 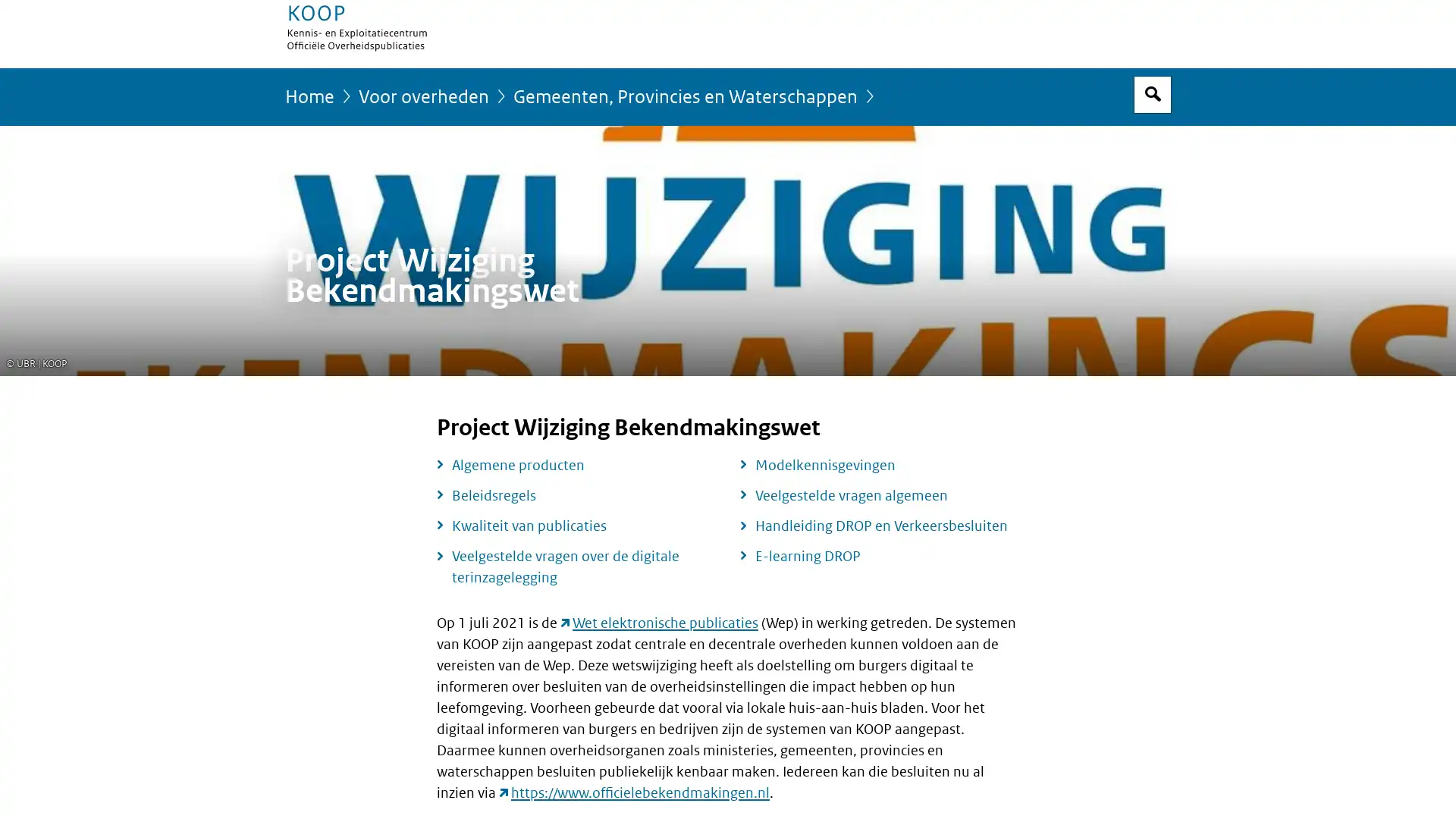 I want to click on Open zoekveld, so click(x=1153, y=94).